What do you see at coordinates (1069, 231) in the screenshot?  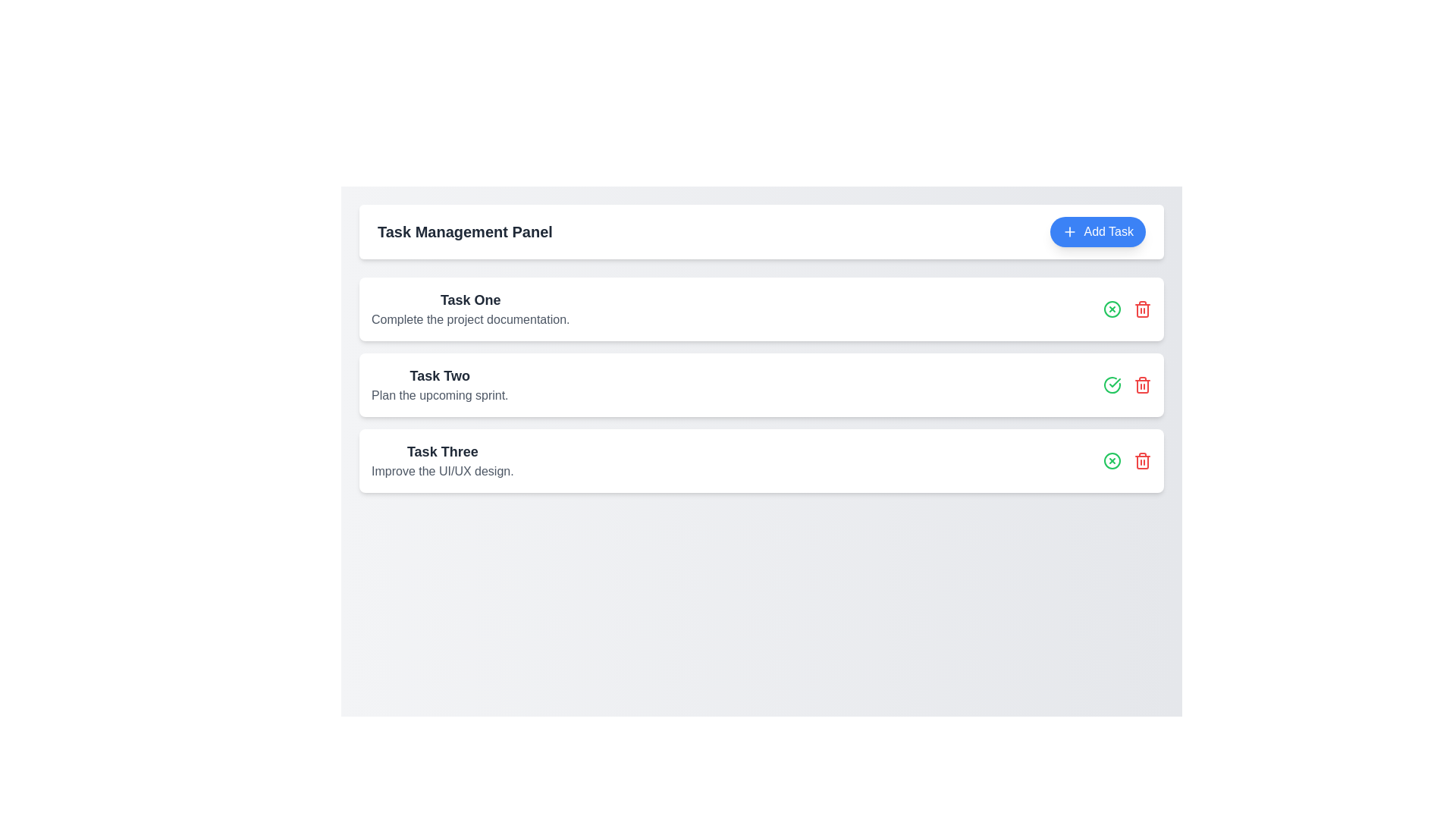 I see `the plus sign icon with a blue border located inside the 'Add Task' button at the top-right corner of the task management panel` at bounding box center [1069, 231].